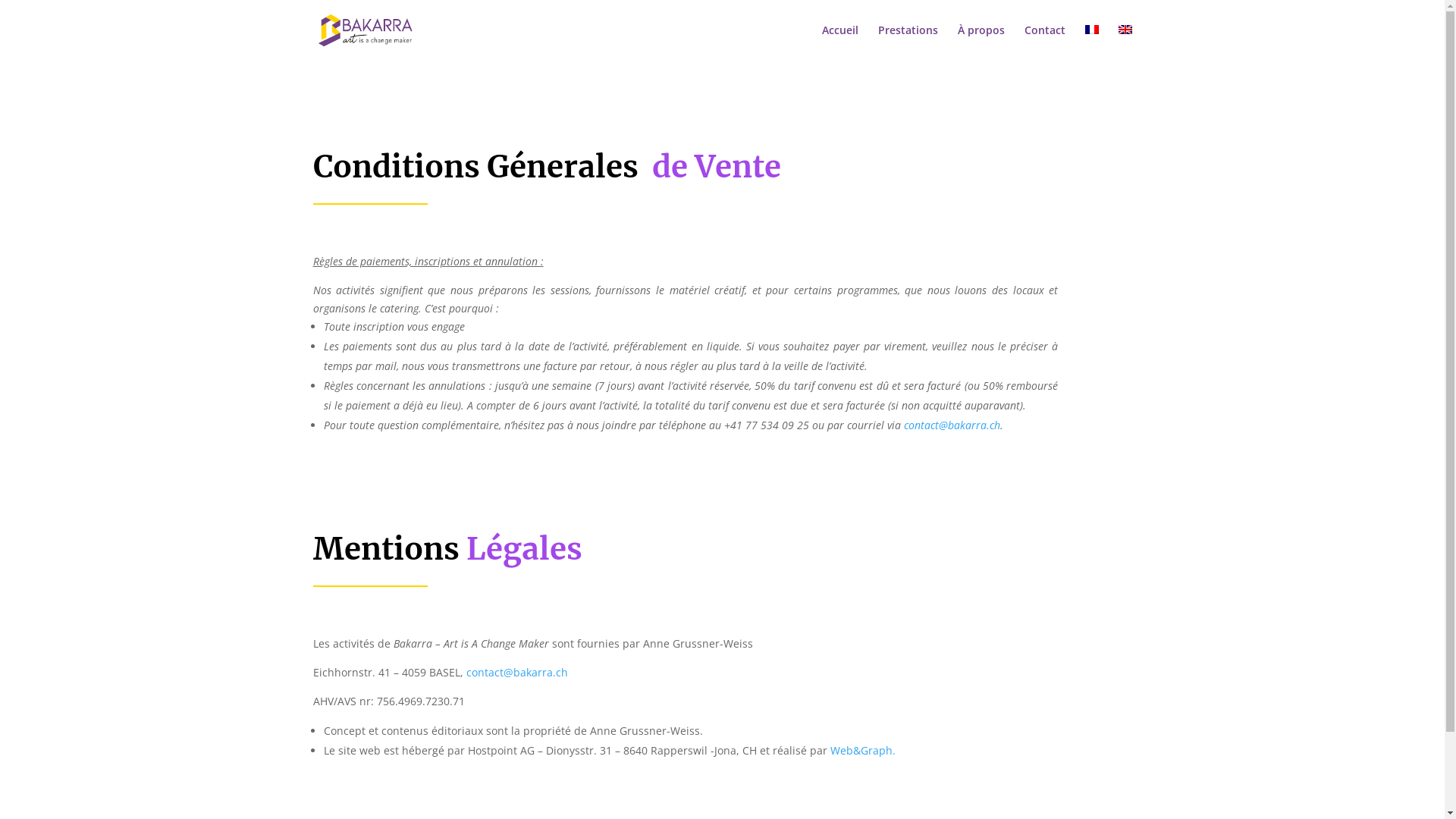  What do you see at coordinates (839, 42) in the screenshot?
I see `'Accueil'` at bounding box center [839, 42].